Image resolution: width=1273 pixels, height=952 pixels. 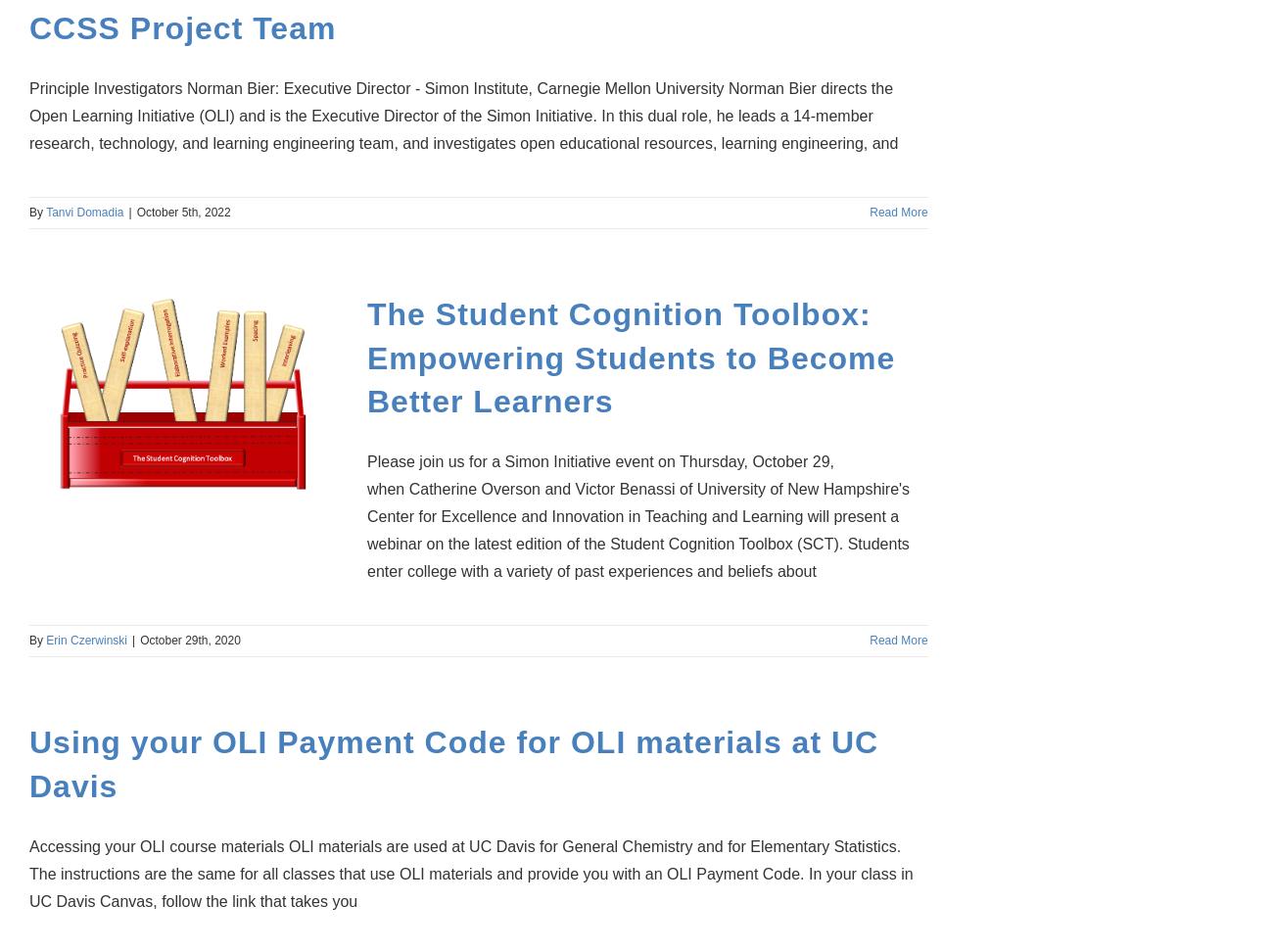 I want to click on 'Erin Czerwinski', so click(x=86, y=640).